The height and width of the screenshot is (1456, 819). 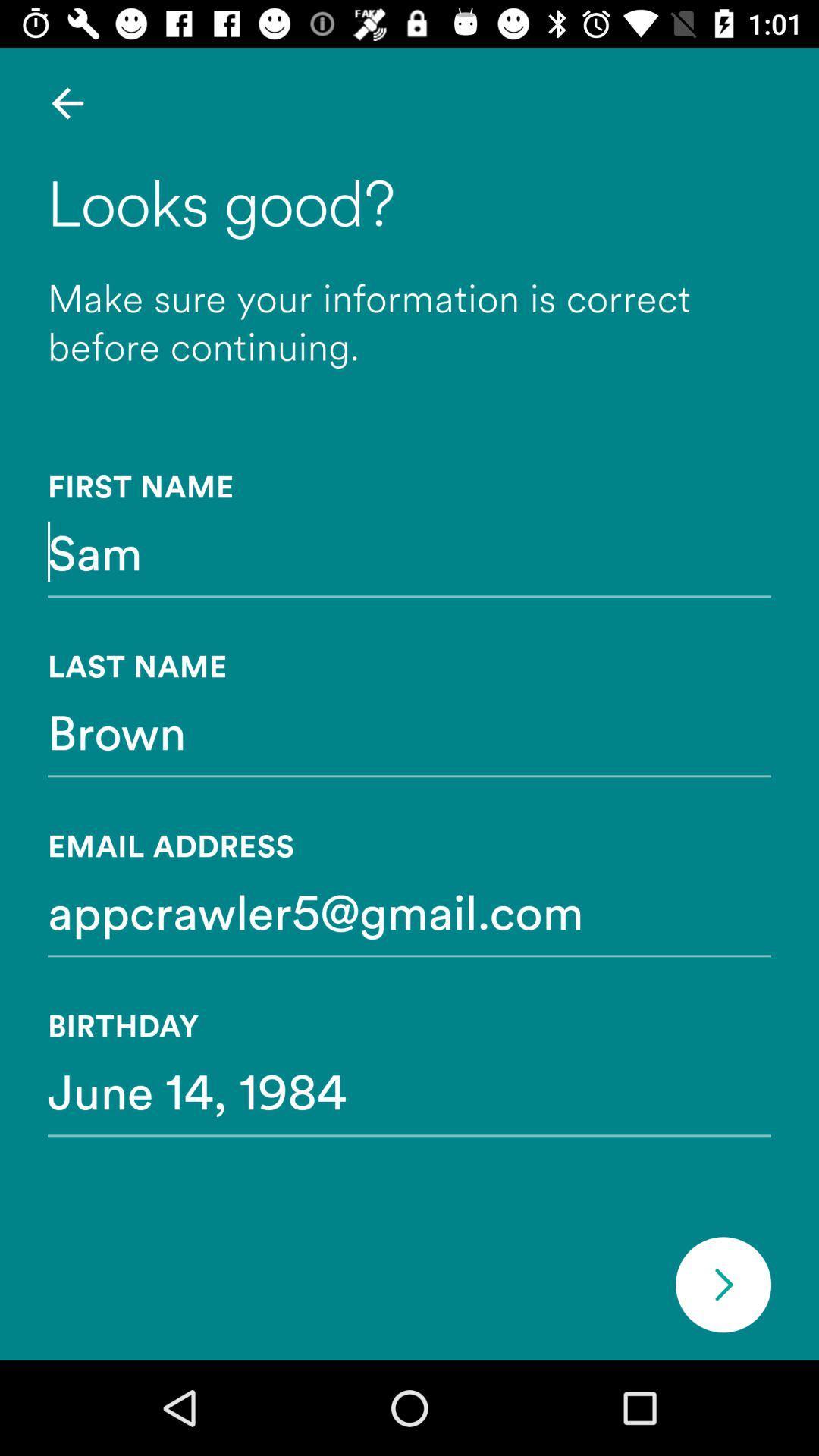 I want to click on the item at the top left corner, so click(x=67, y=102).